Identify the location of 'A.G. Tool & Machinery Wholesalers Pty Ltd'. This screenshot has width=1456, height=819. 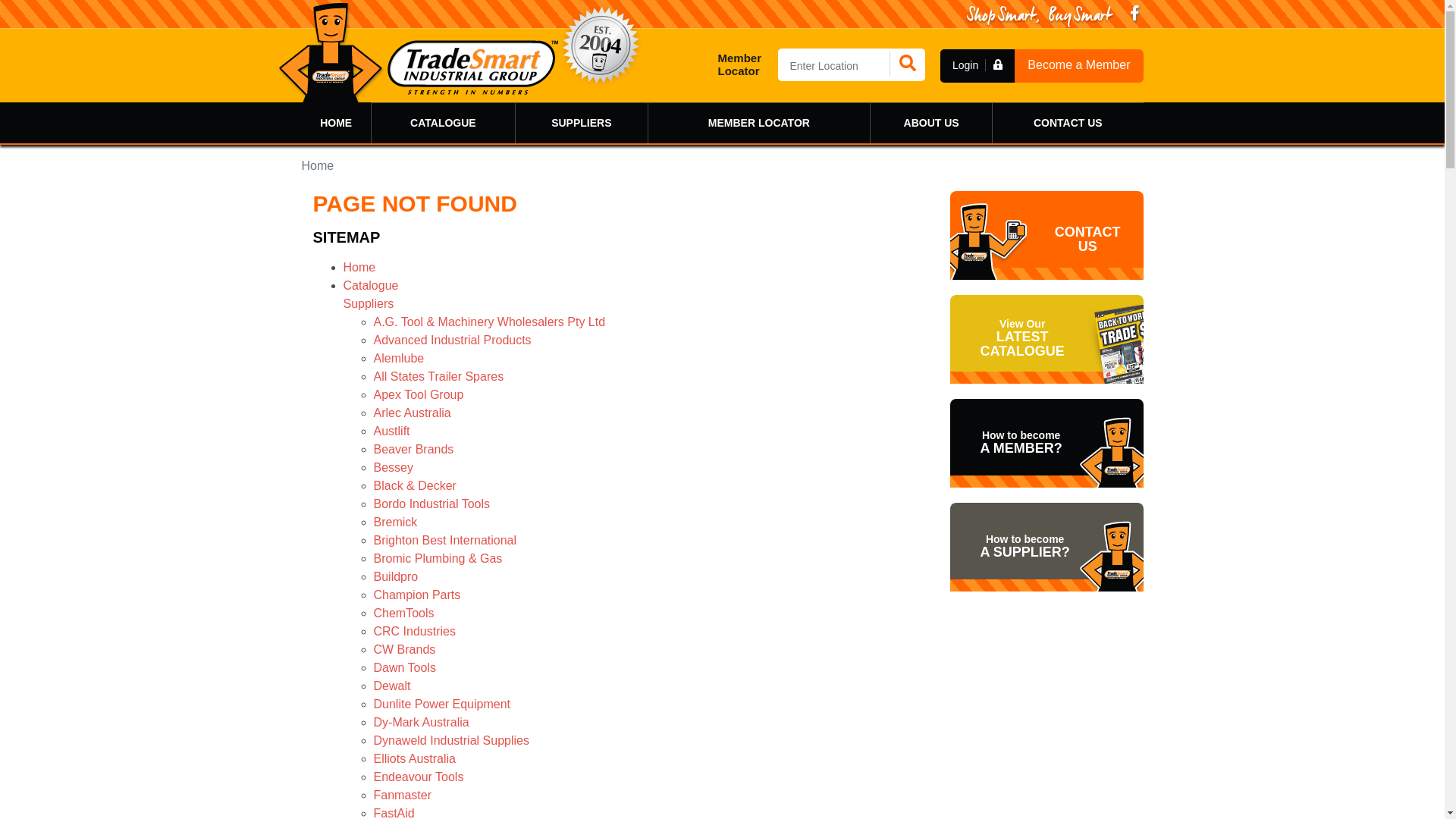
(372, 321).